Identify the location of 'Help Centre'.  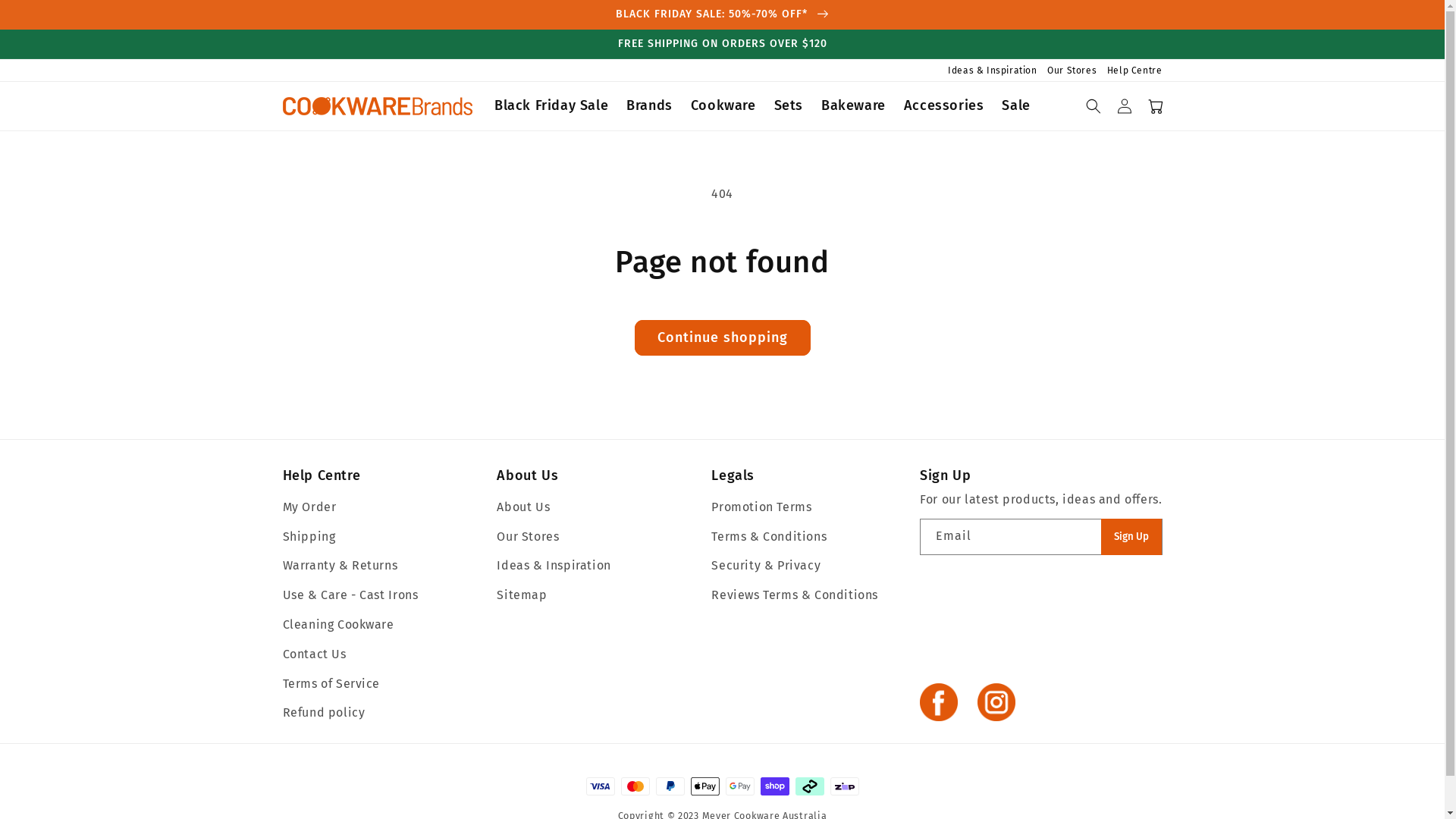
(386, 475).